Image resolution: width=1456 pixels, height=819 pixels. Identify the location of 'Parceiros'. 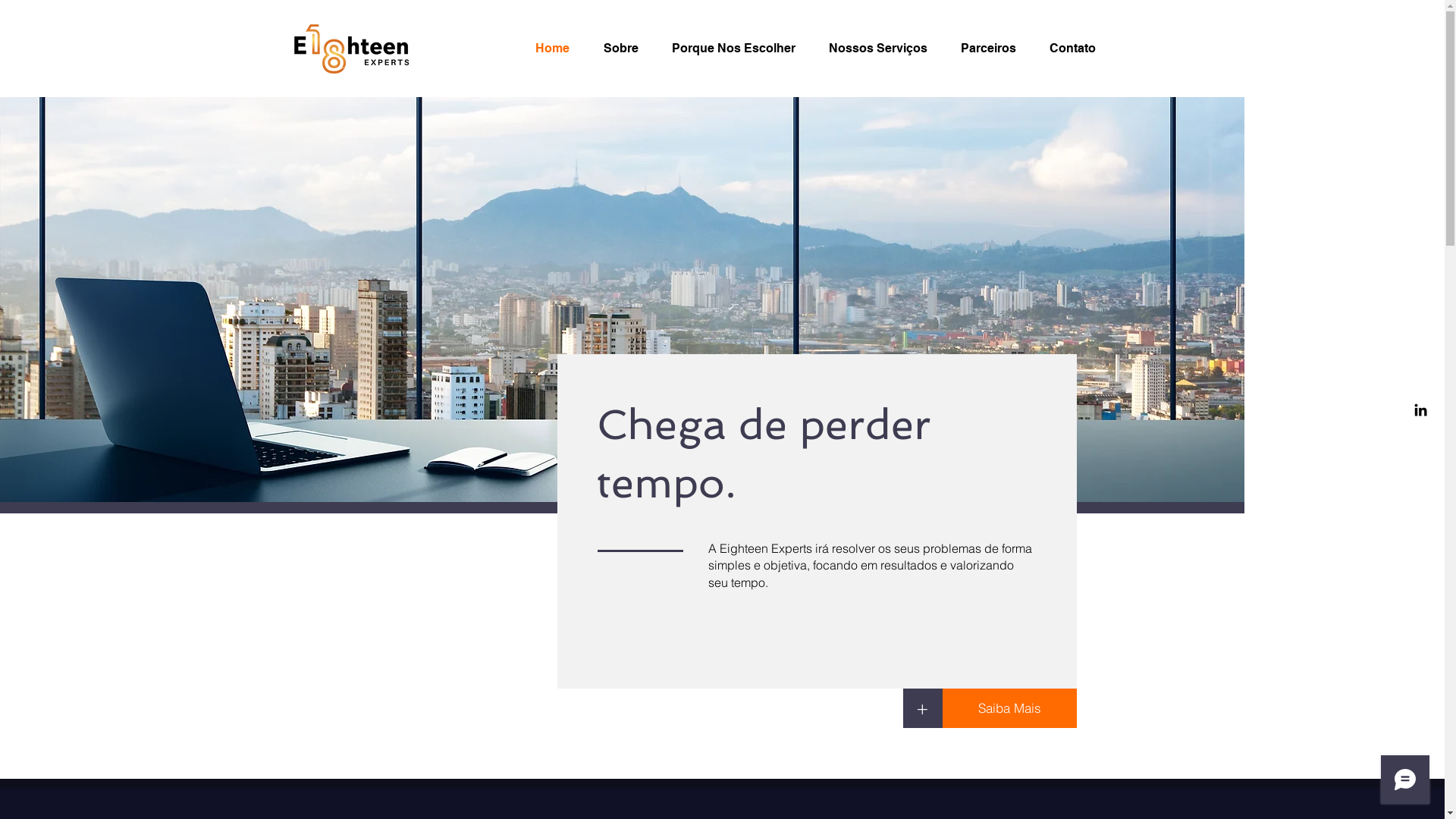
(993, 48).